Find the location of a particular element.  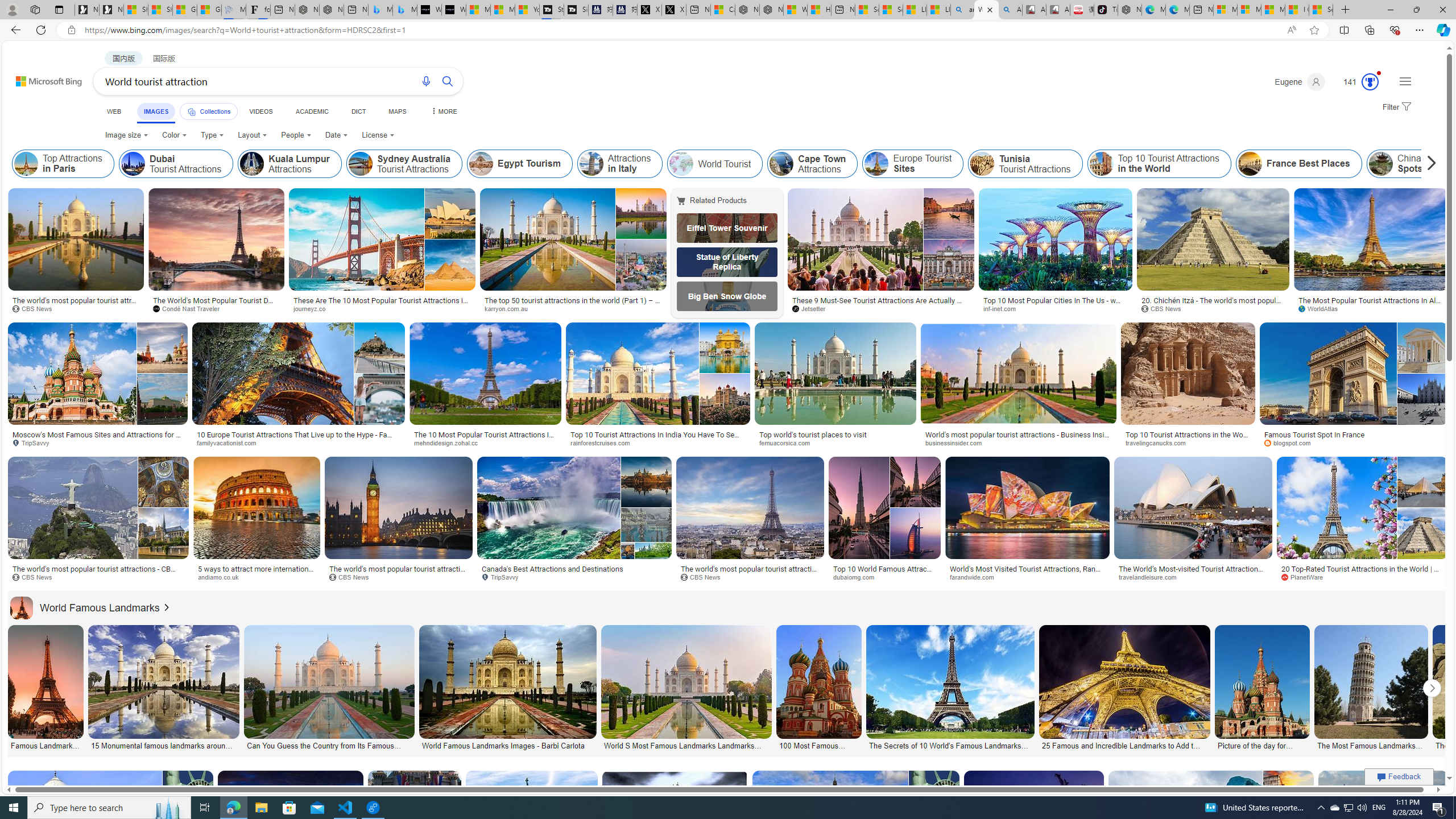

'Top 10 Tourist Attractions in the World | Traveling Canucks' is located at coordinates (1187, 438).